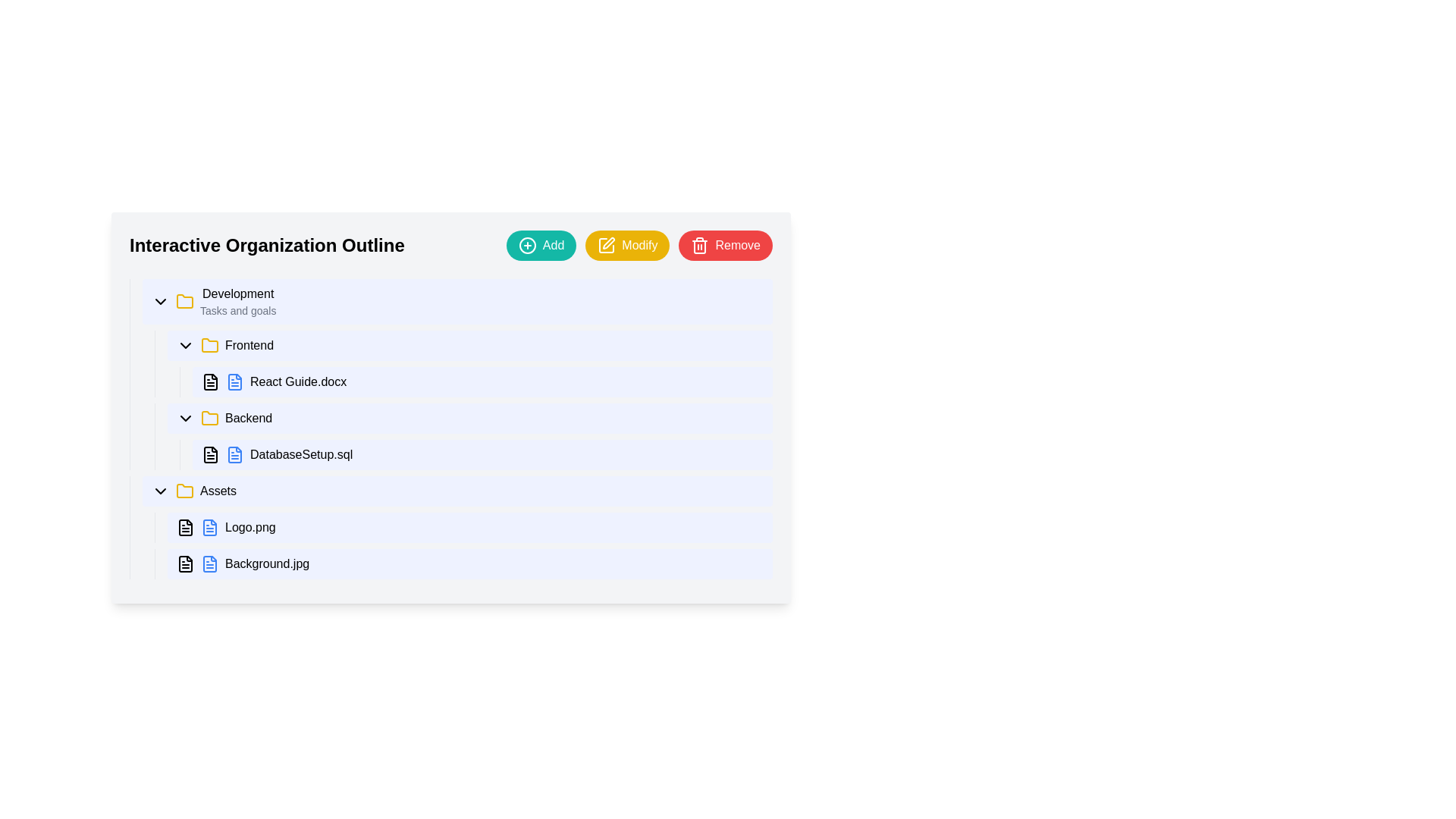  I want to click on the file icon resembling a document, which is located to the left of the text 'DatabaseSetup.sql' in the 'Backend' section under the 'Development' category, so click(210, 454).